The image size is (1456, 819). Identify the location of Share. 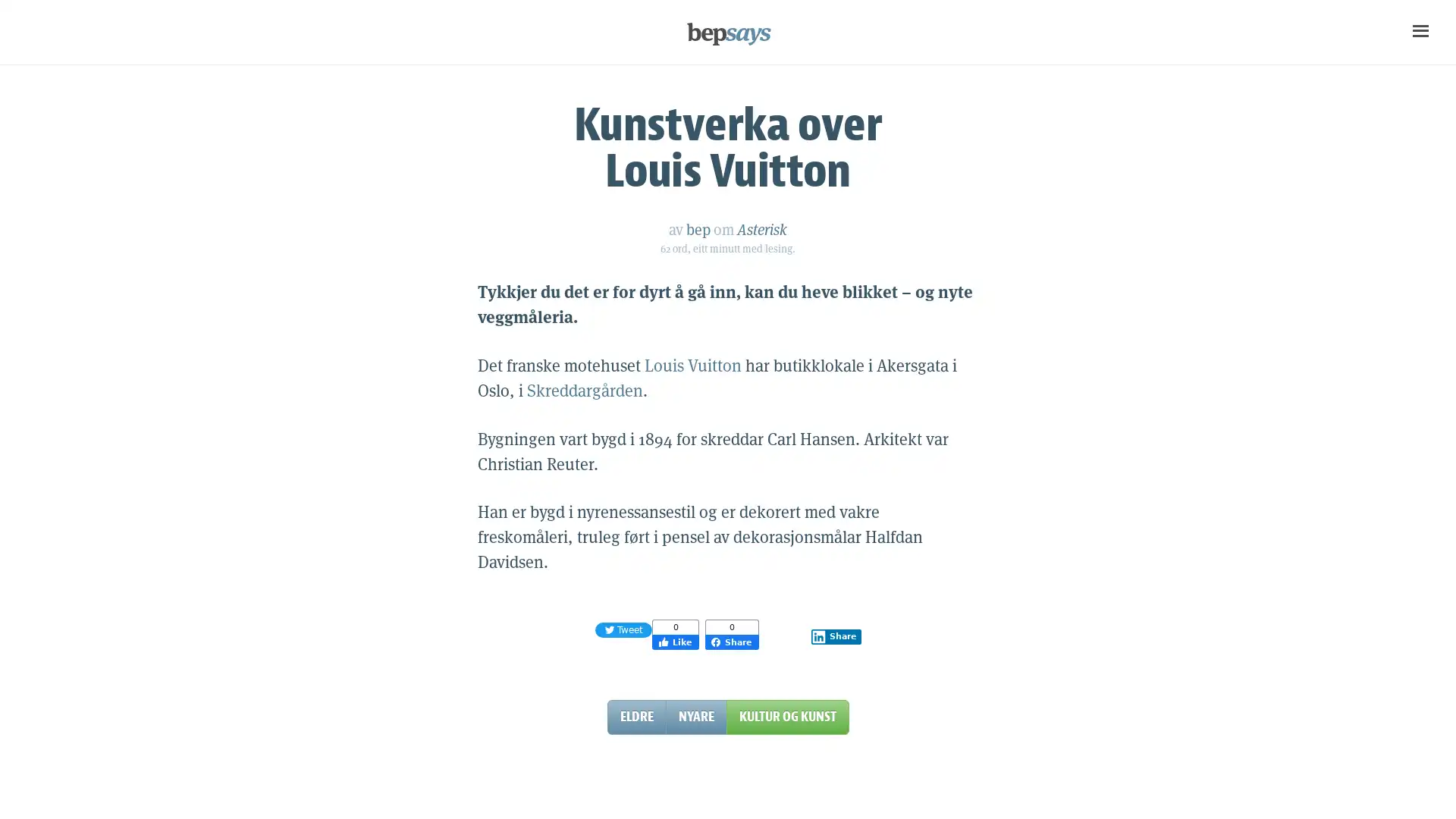
(835, 636).